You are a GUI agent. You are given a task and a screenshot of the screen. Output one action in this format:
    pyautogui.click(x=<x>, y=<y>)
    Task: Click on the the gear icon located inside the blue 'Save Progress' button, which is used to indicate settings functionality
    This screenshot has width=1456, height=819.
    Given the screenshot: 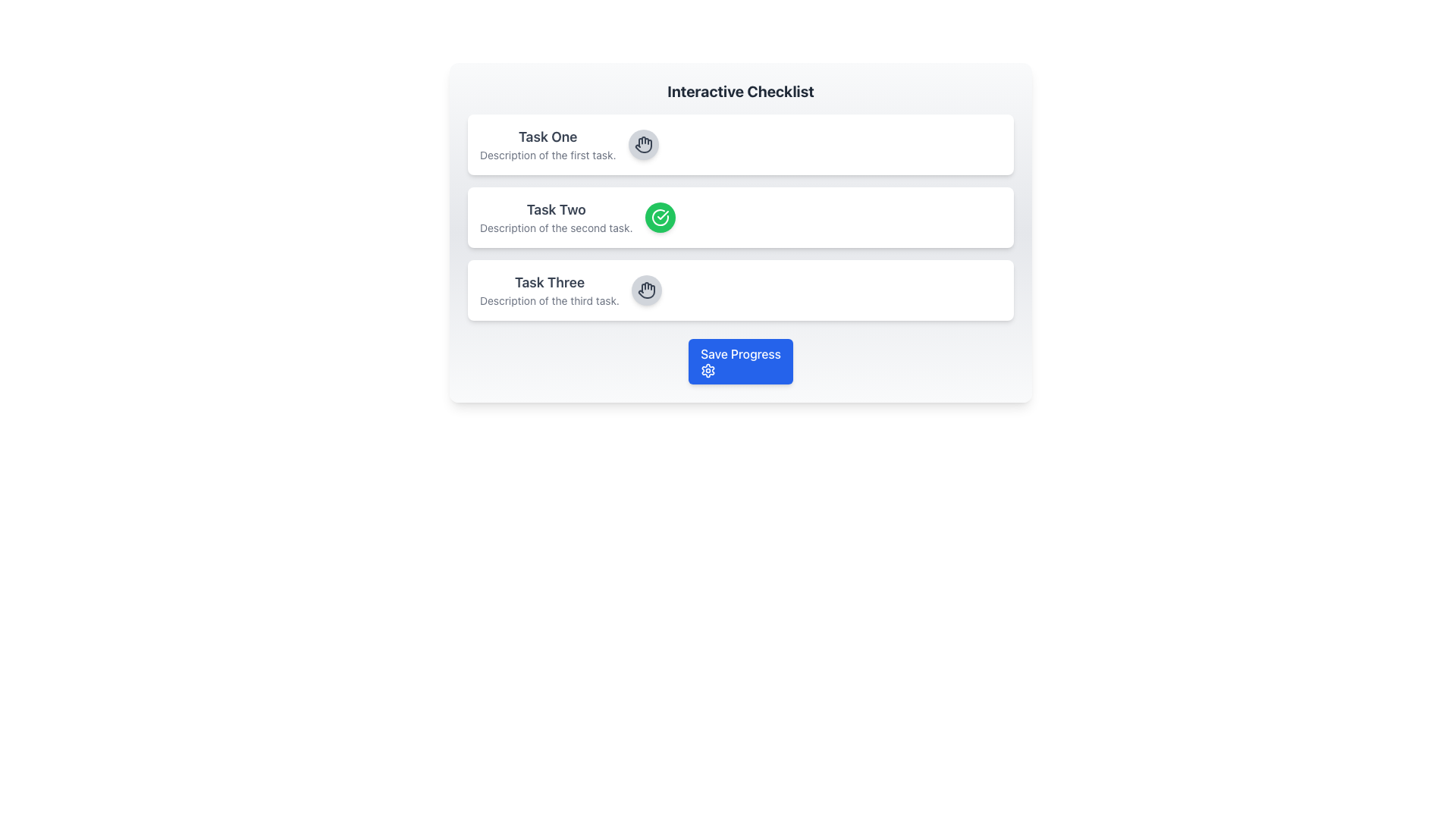 What is the action you would take?
    pyautogui.click(x=708, y=371)
    